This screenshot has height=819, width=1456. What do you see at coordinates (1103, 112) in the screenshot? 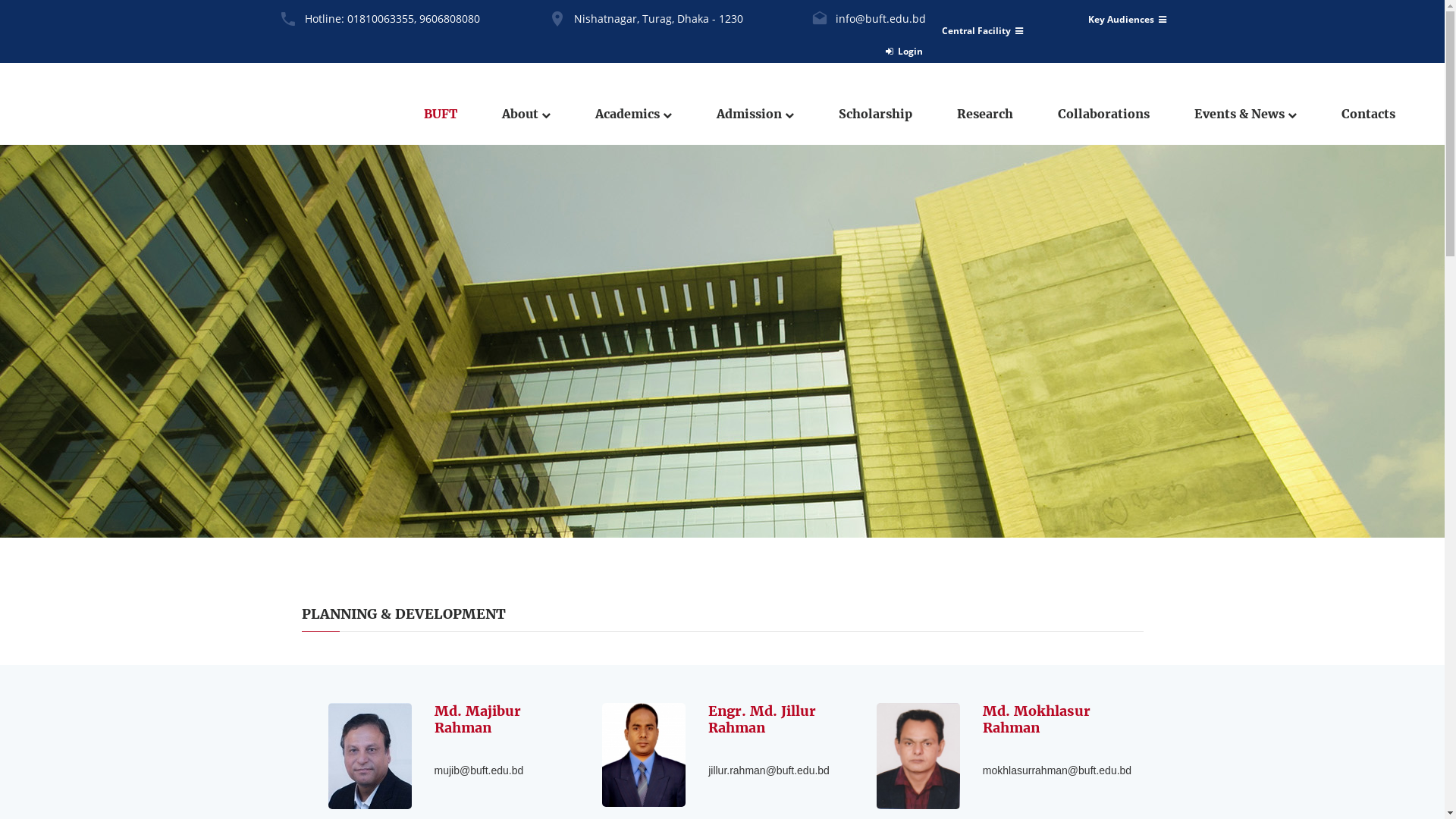
I see `'Collaborations'` at bounding box center [1103, 112].